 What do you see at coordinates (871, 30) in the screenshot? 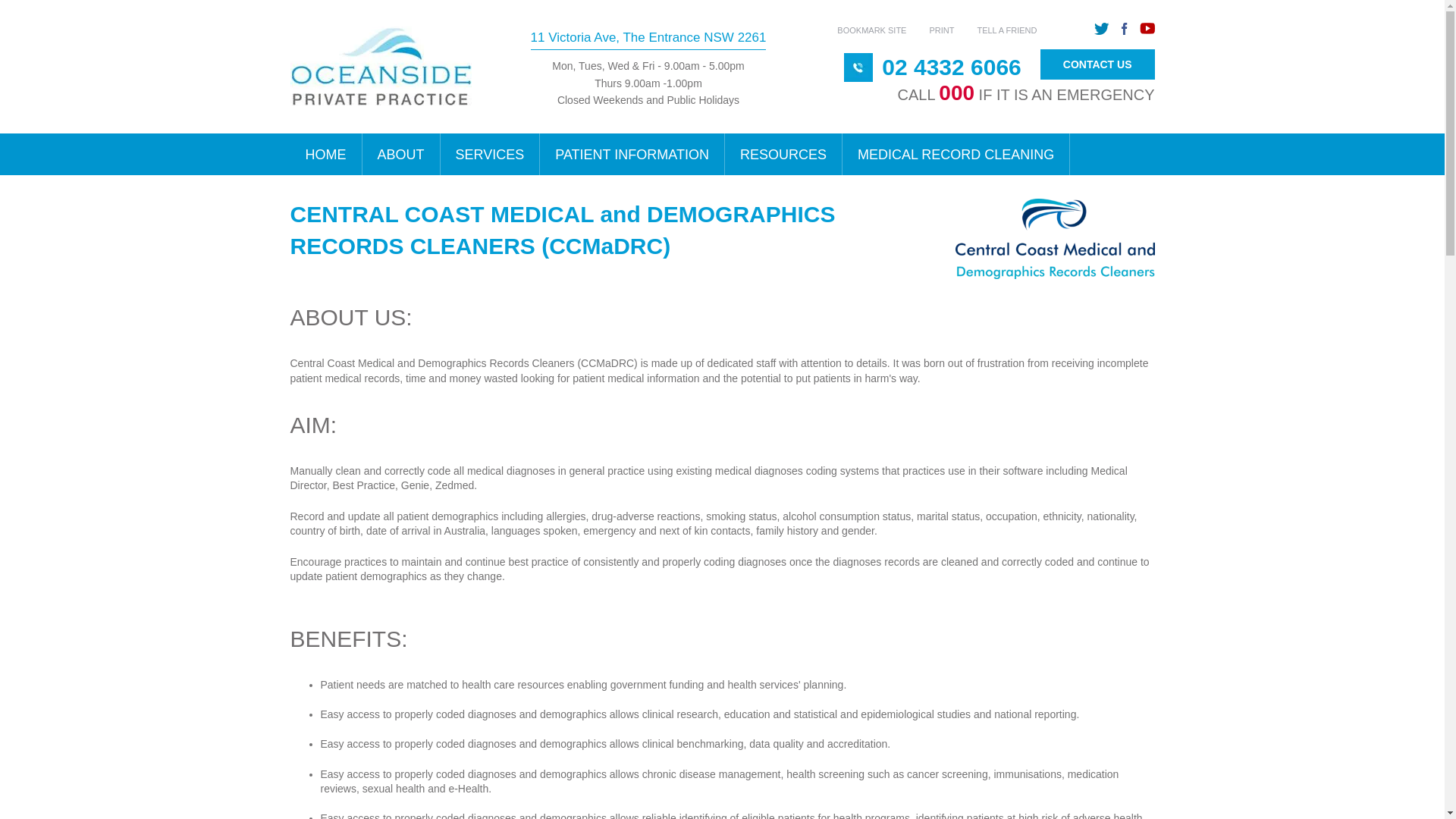
I see `'BOOKMARK SITE'` at bounding box center [871, 30].